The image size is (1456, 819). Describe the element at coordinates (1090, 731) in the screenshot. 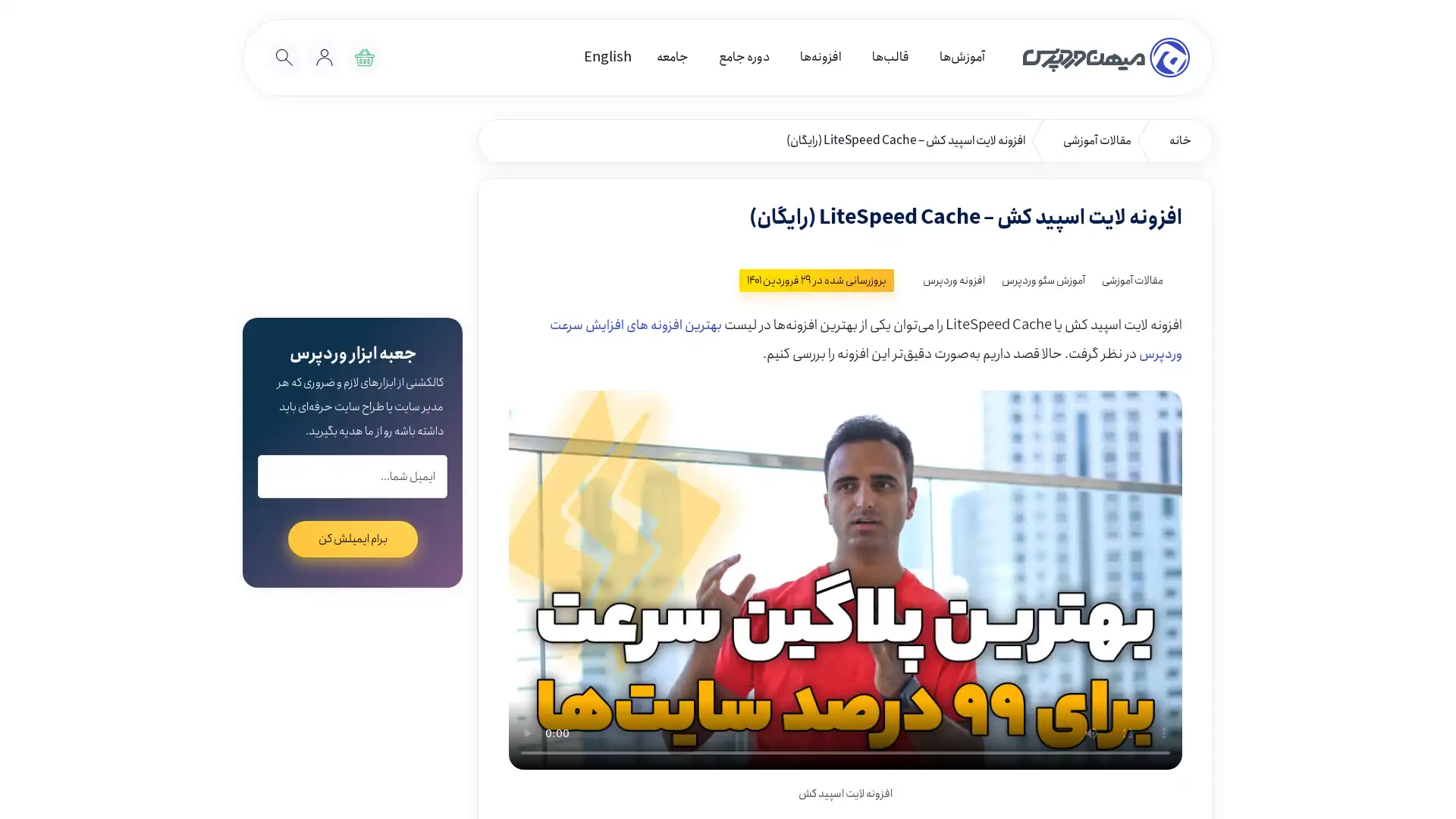

I see `mute` at that location.